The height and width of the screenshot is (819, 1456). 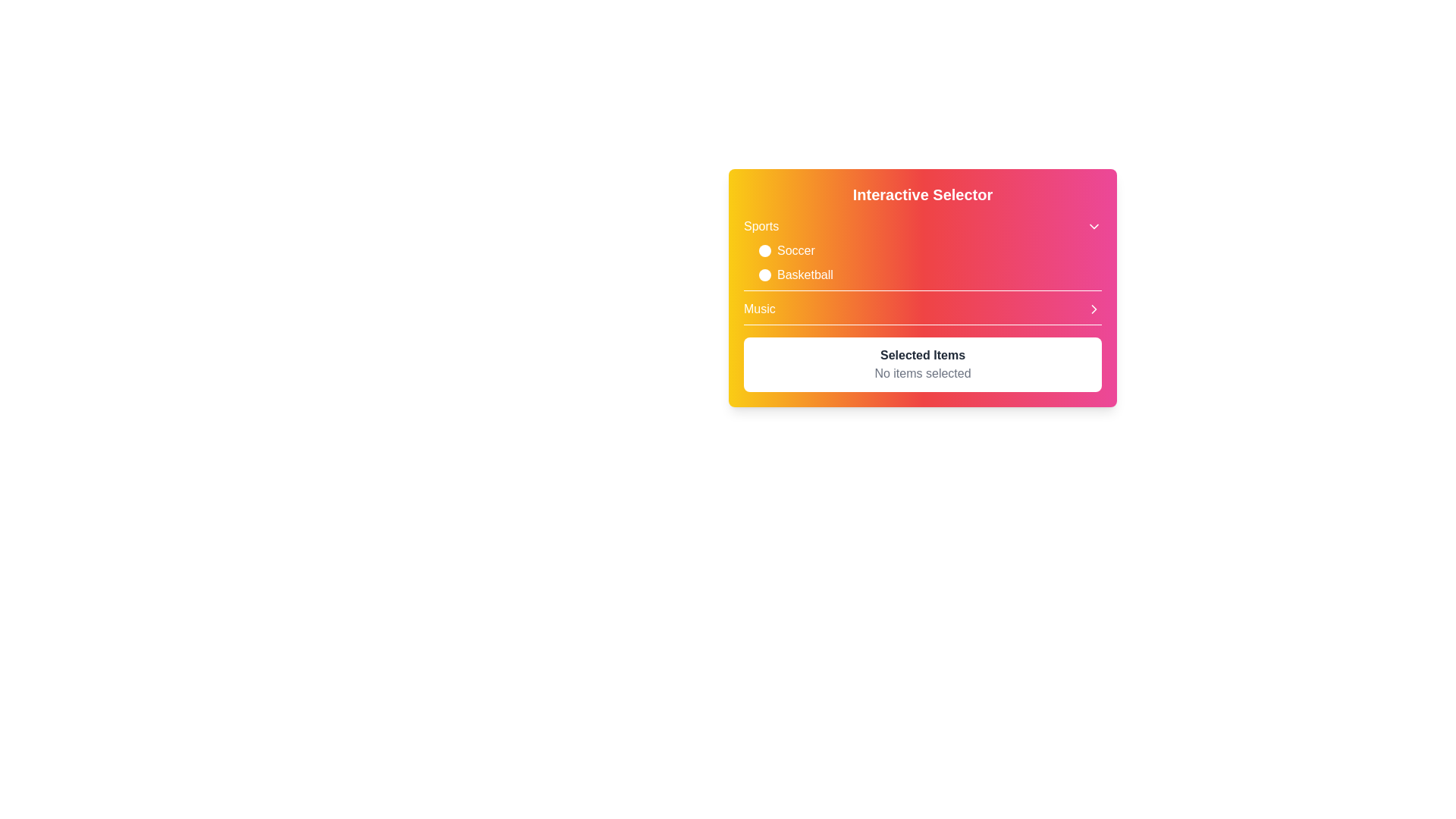 I want to click on the 'Sports' dropdown menu section to trigger the focus effect, so click(x=922, y=253).